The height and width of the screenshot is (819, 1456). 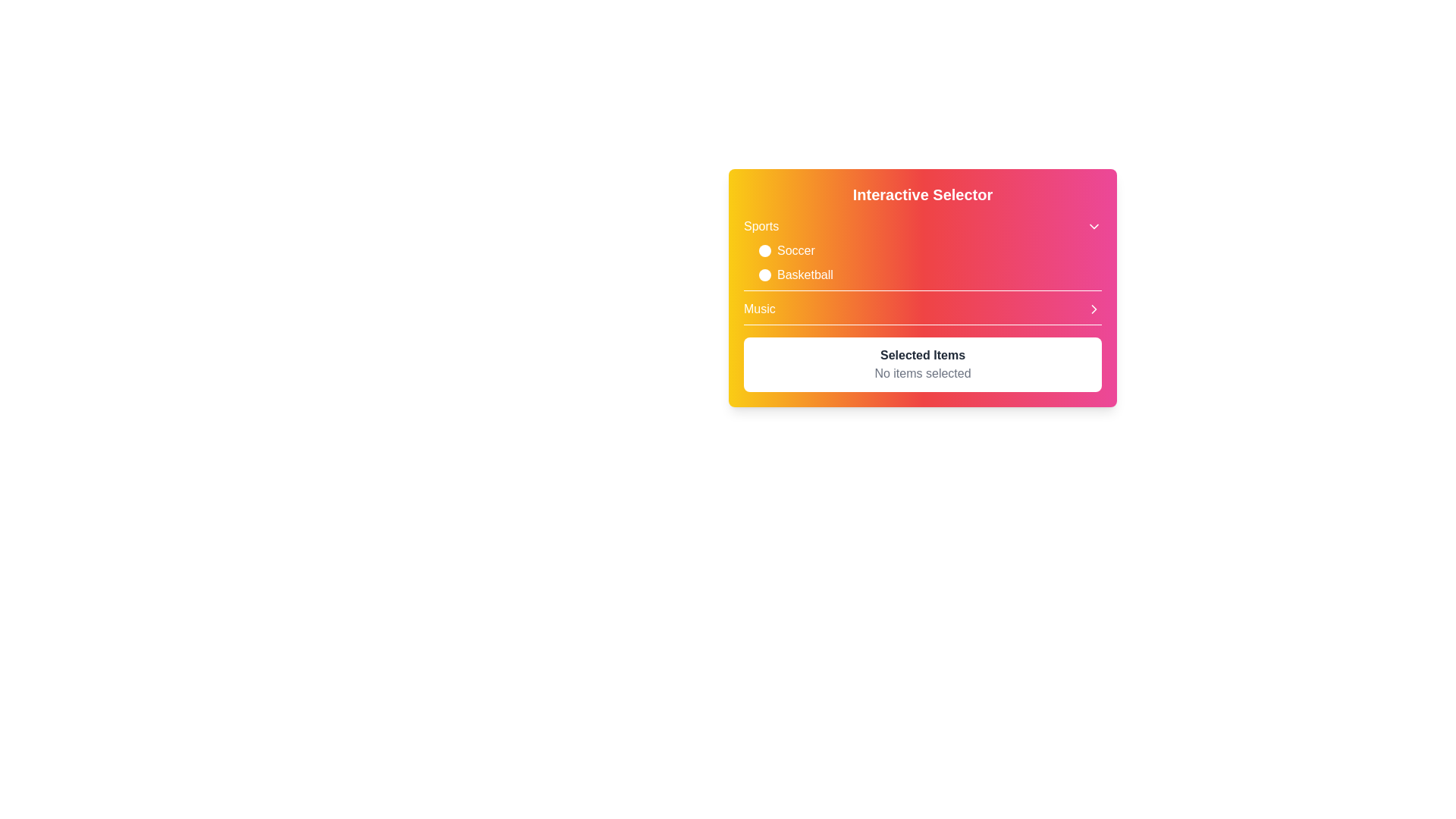 I want to click on the 'Sports' dropdown menu section to trigger the focus effect, so click(x=922, y=253).